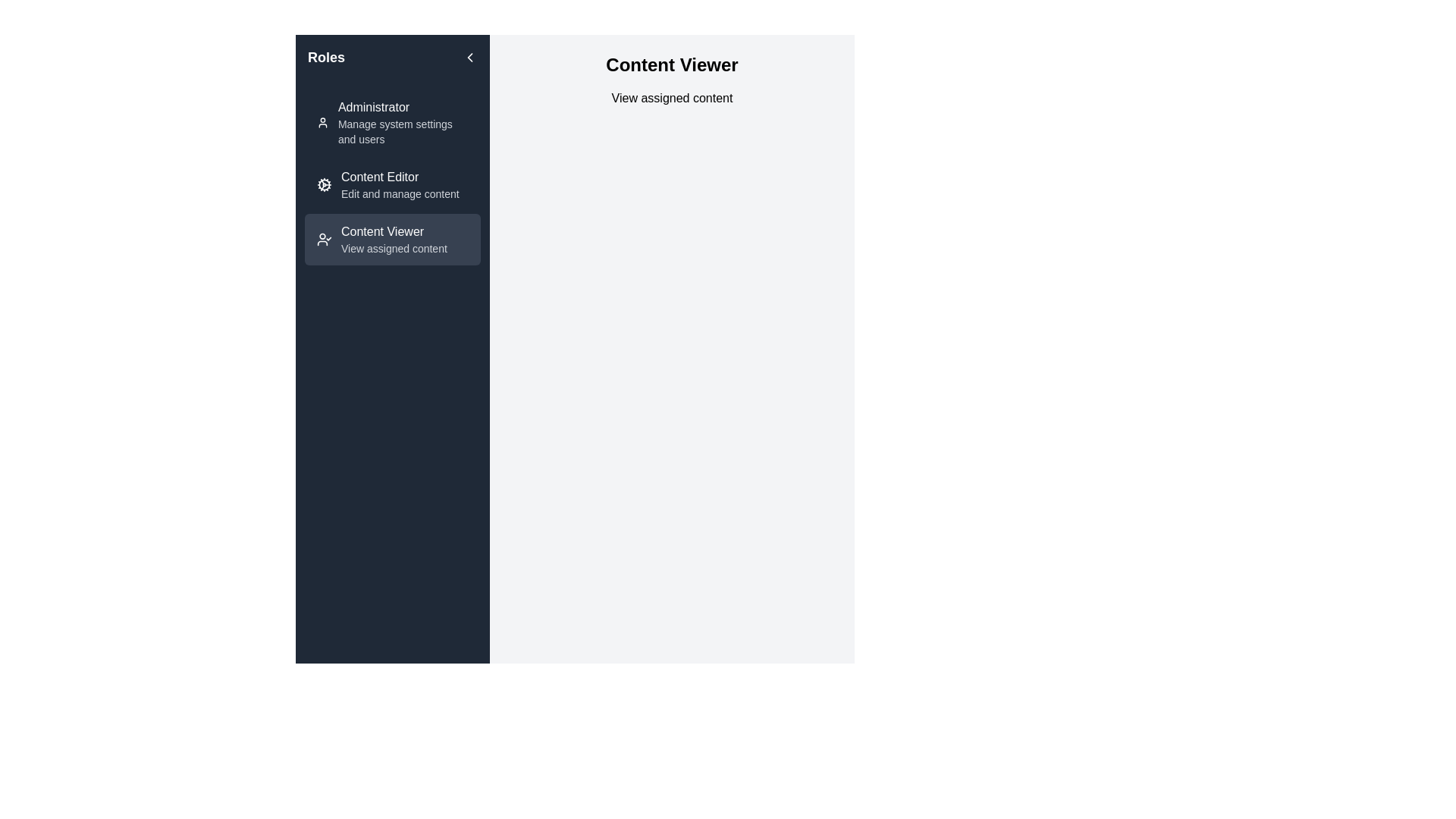  I want to click on the text label that says 'Manage system settings and users', located below the 'Administrator' title in the left navigation sidebar, so click(403, 130).